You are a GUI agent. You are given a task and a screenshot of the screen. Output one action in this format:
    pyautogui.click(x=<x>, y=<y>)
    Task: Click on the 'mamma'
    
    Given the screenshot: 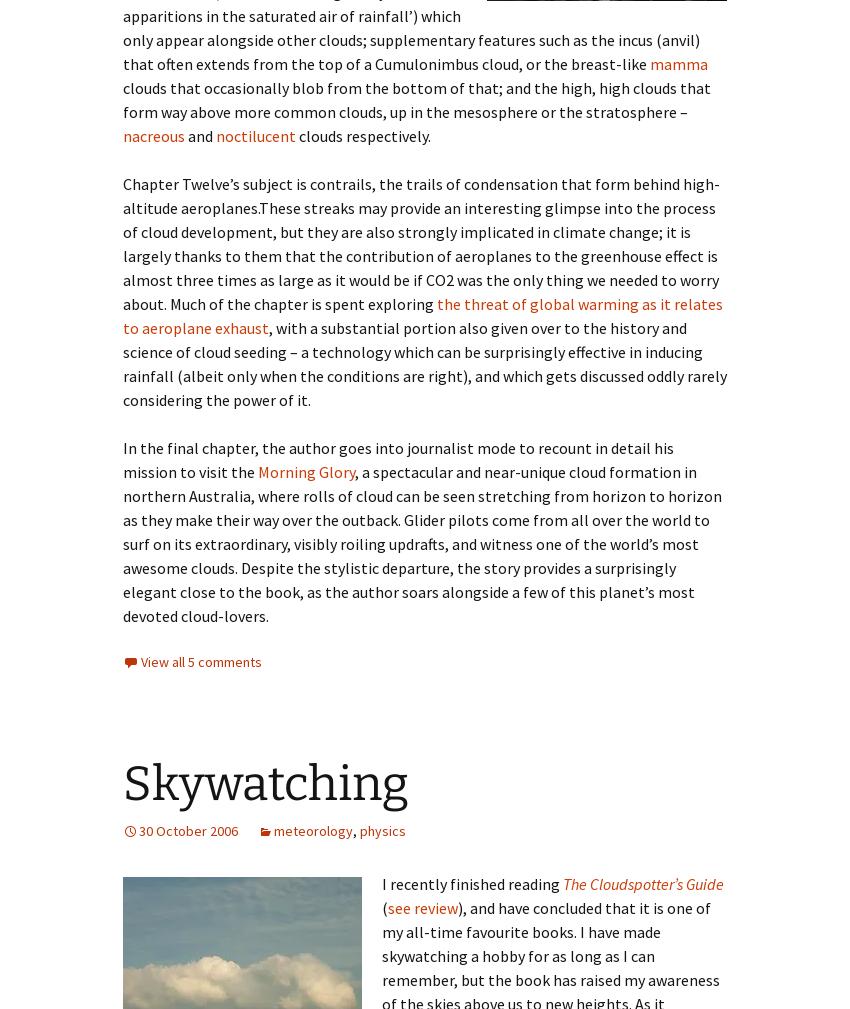 What is the action you would take?
    pyautogui.click(x=649, y=62)
    